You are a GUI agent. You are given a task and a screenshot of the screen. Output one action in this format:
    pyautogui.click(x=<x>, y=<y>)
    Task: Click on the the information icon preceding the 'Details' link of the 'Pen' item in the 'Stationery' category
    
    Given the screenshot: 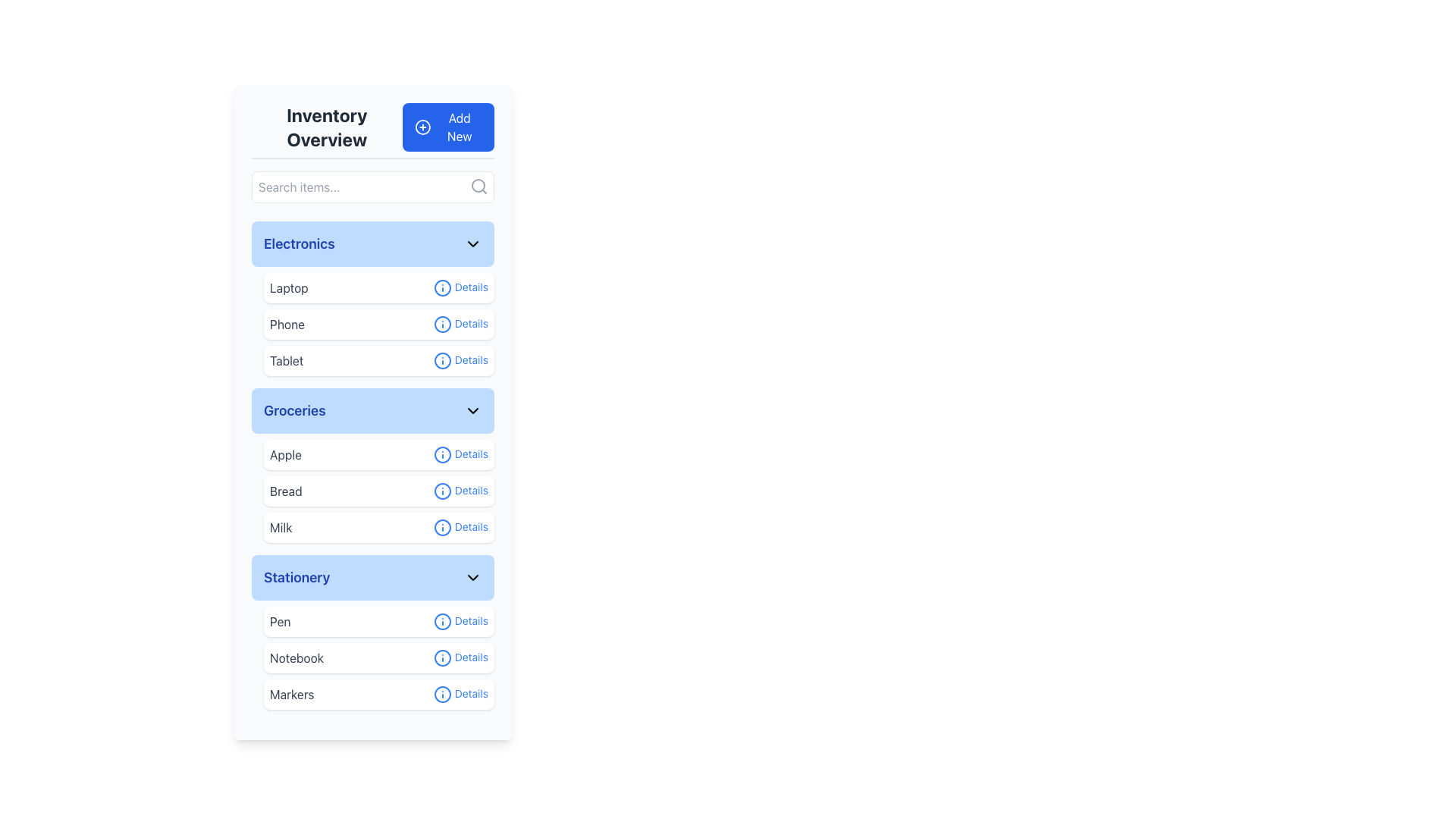 What is the action you would take?
    pyautogui.click(x=441, y=622)
    